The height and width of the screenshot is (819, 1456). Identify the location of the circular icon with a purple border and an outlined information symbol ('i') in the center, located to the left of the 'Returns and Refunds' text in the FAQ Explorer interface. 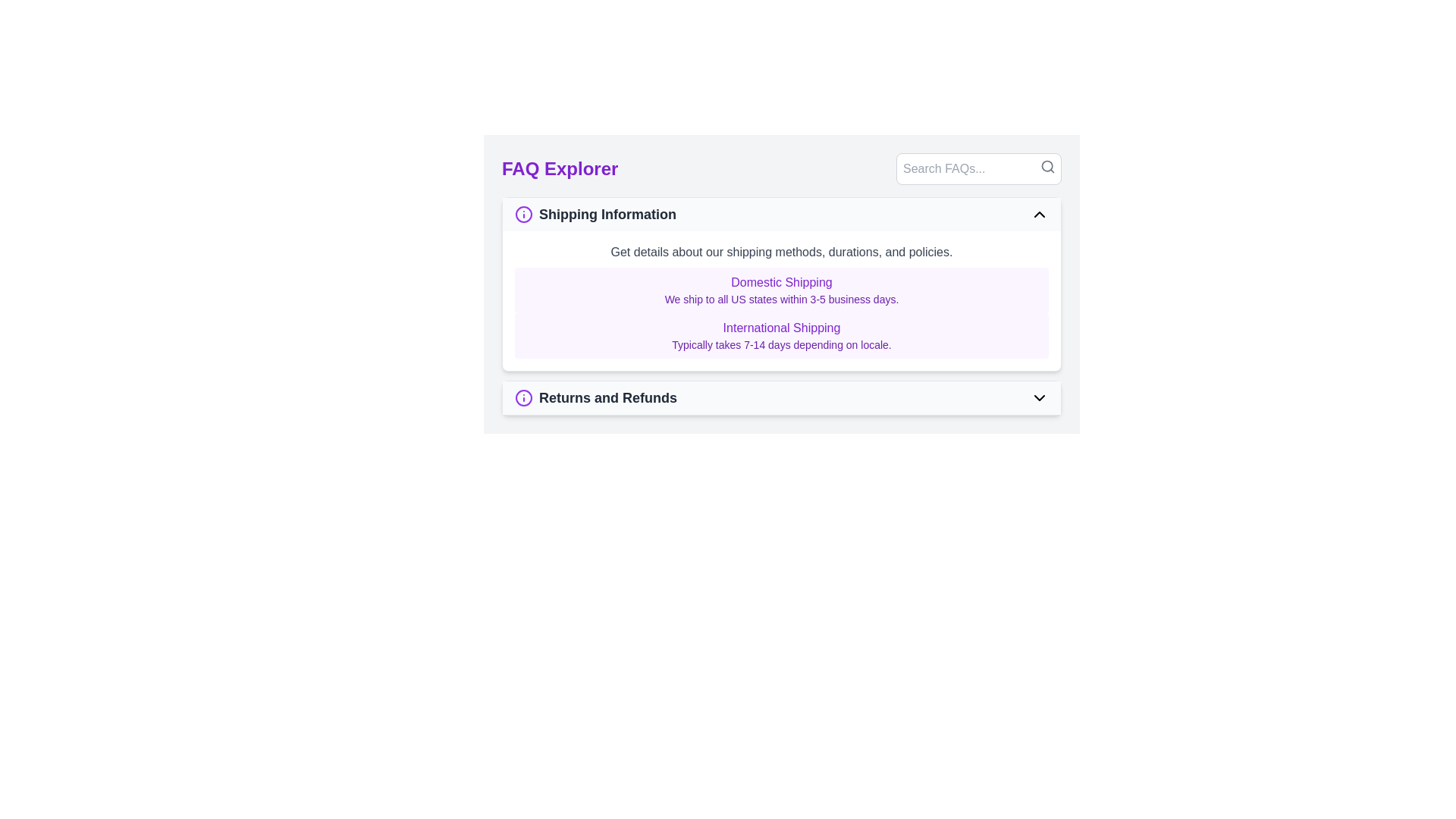
(524, 397).